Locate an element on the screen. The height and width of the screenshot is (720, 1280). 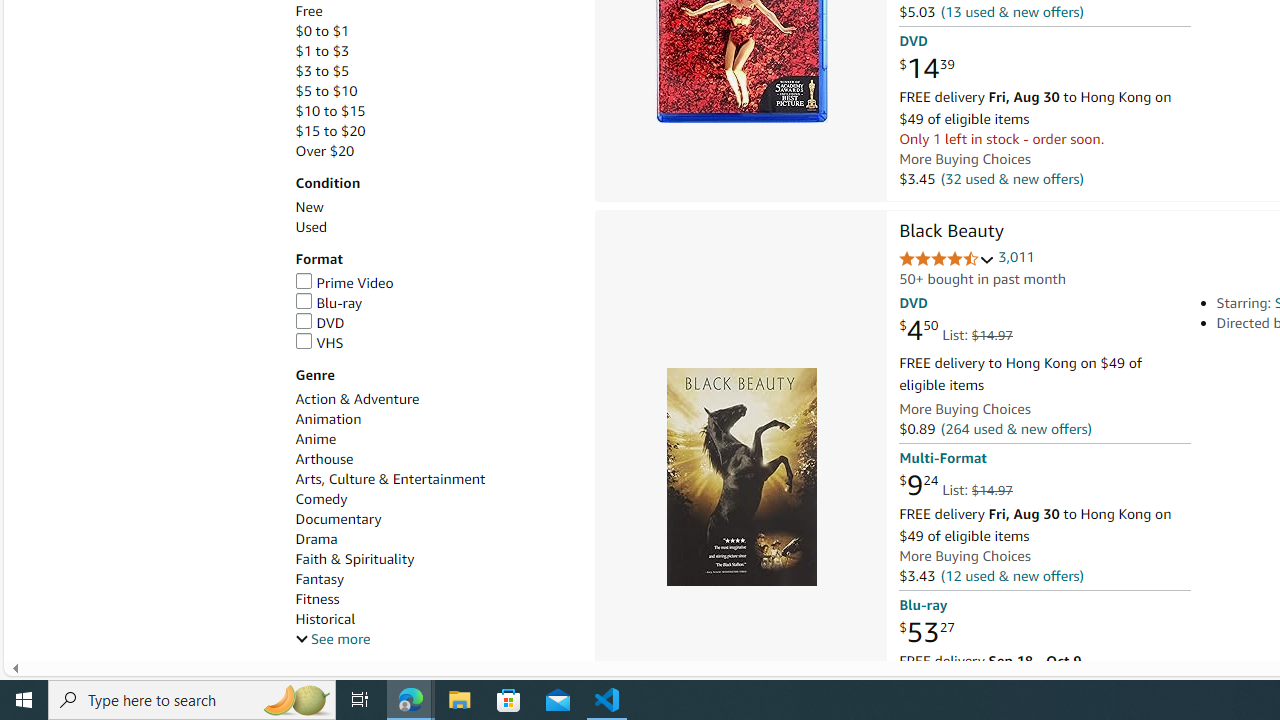
'Animation' is located at coordinates (328, 418).